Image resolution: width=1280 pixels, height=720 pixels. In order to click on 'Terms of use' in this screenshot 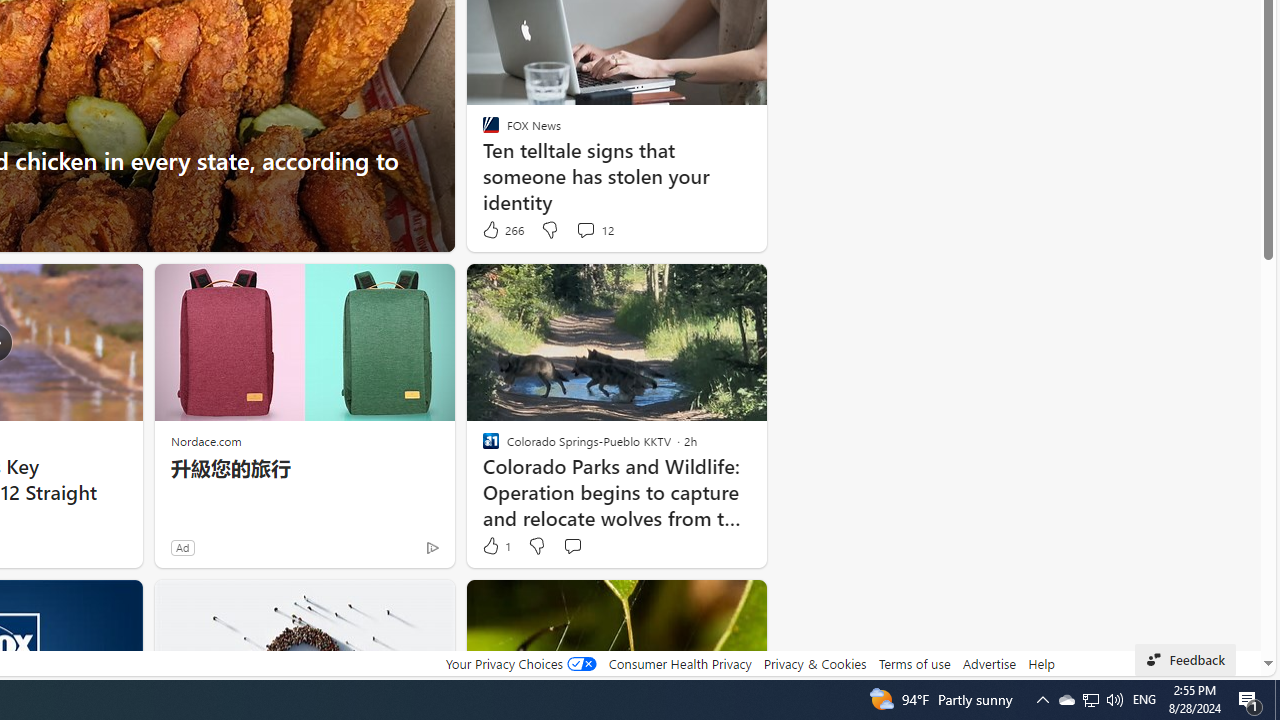, I will do `click(913, 663)`.